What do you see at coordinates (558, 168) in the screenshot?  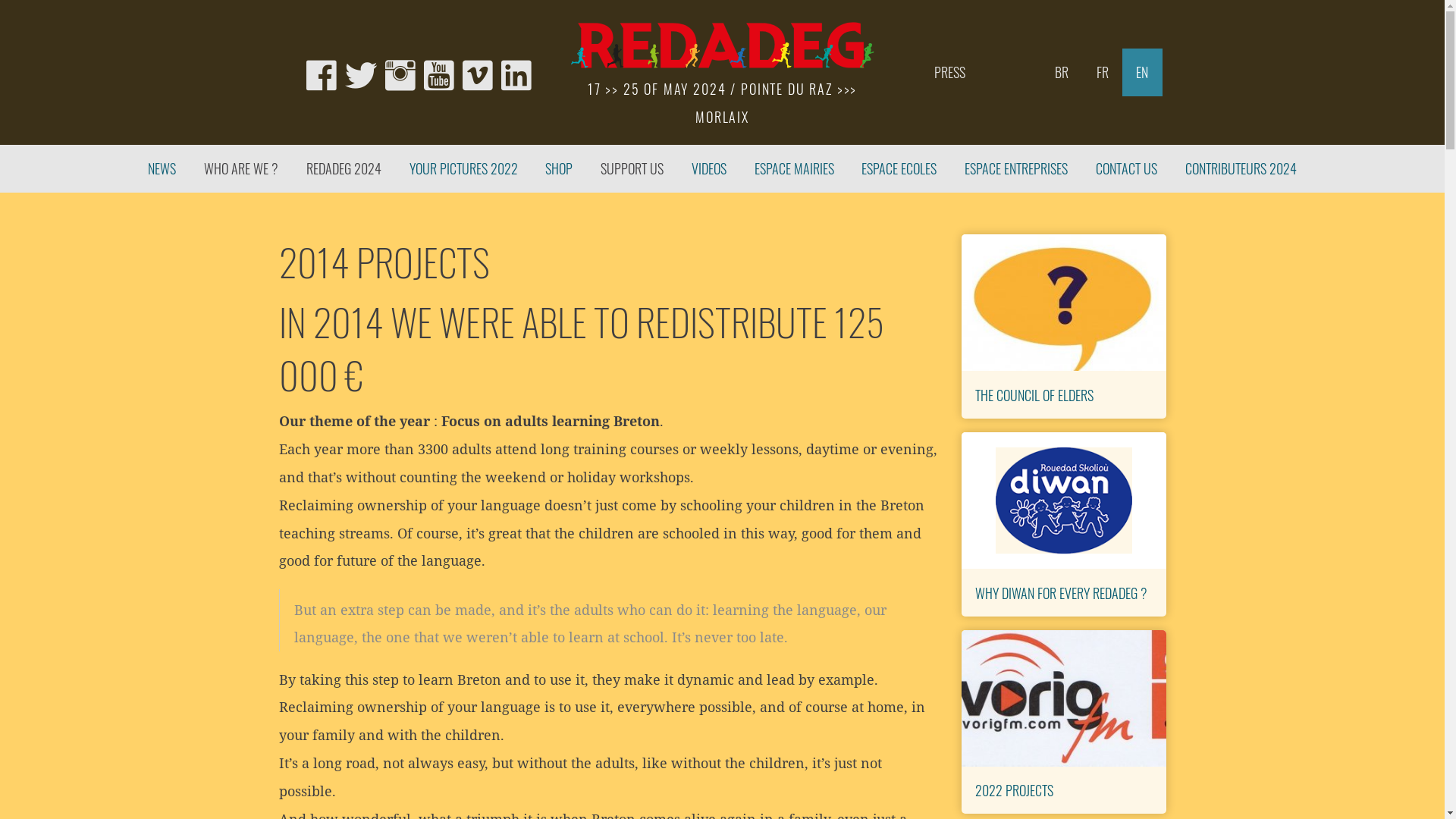 I see `'SHOP'` at bounding box center [558, 168].